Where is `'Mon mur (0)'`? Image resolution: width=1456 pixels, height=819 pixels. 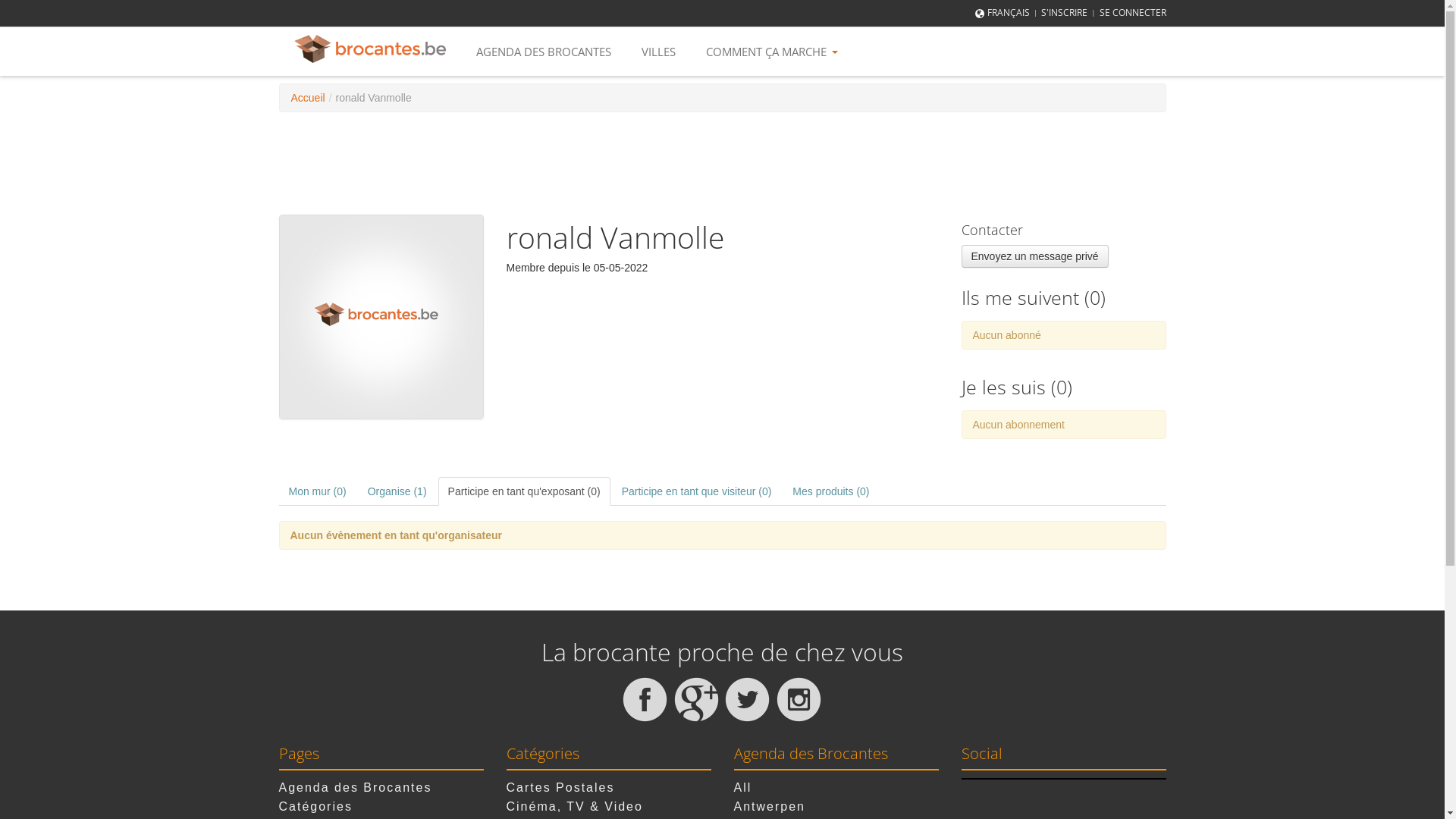 'Mon mur (0)' is located at coordinates (316, 491).